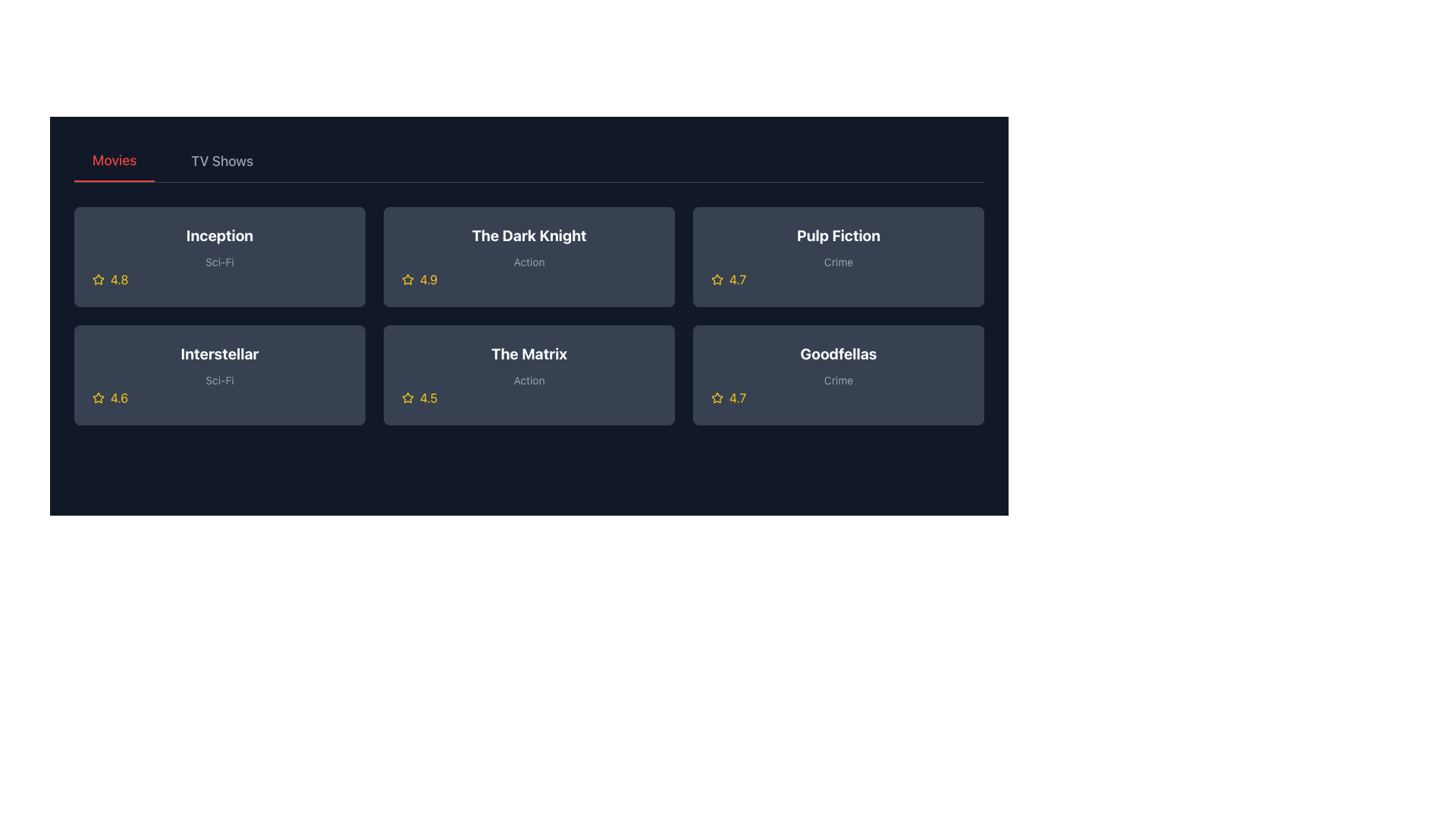  What do you see at coordinates (529, 256) in the screenshot?
I see `the button that shows more information about 'The Dark Knight' to change its background color` at bounding box center [529, 256].